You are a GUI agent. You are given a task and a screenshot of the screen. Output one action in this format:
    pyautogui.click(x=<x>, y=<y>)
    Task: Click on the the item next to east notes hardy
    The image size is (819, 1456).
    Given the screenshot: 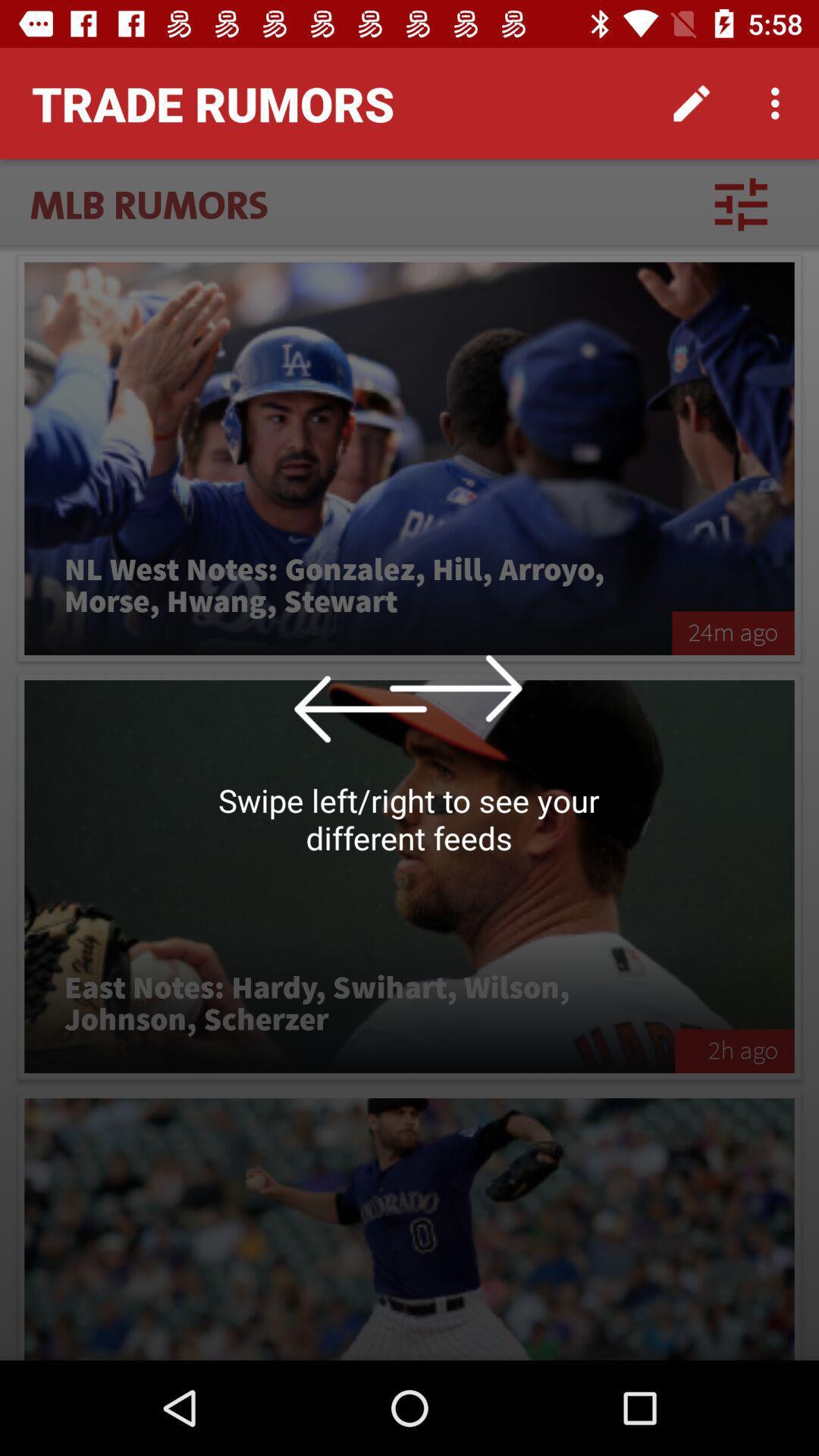 What is the action you would take?
    pyautogui.click(x=733, y=1050)
    